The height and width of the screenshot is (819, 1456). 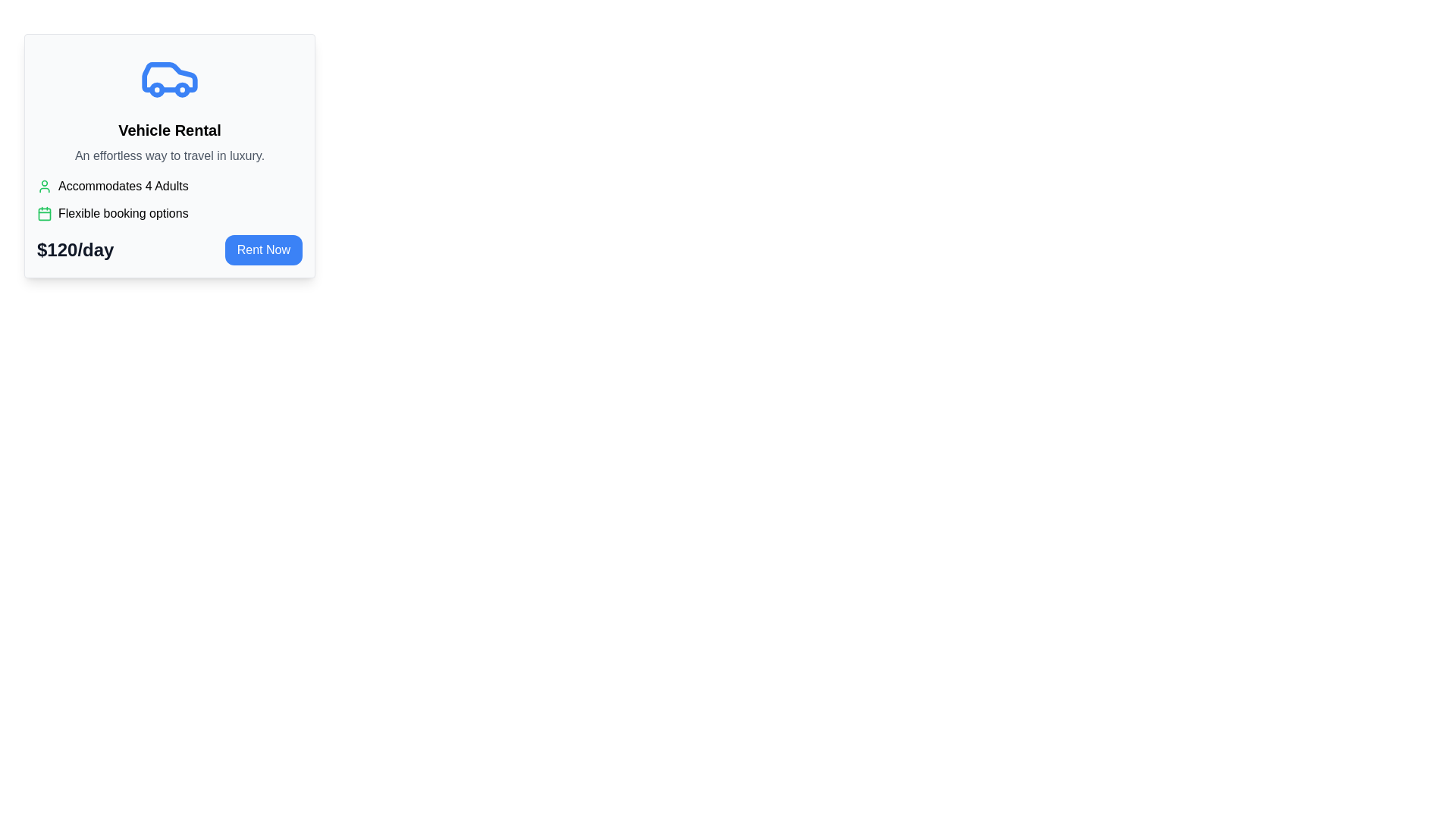 What do you see at coordinates (182, 89) in the screenshot?
I see `Decorative SVG Circle that visually represents the rear-right wheel of the car icon, located at the bottom-right of the blue car icon in the card interface promoting vehicle rental services` at bounding box center [182, 89].